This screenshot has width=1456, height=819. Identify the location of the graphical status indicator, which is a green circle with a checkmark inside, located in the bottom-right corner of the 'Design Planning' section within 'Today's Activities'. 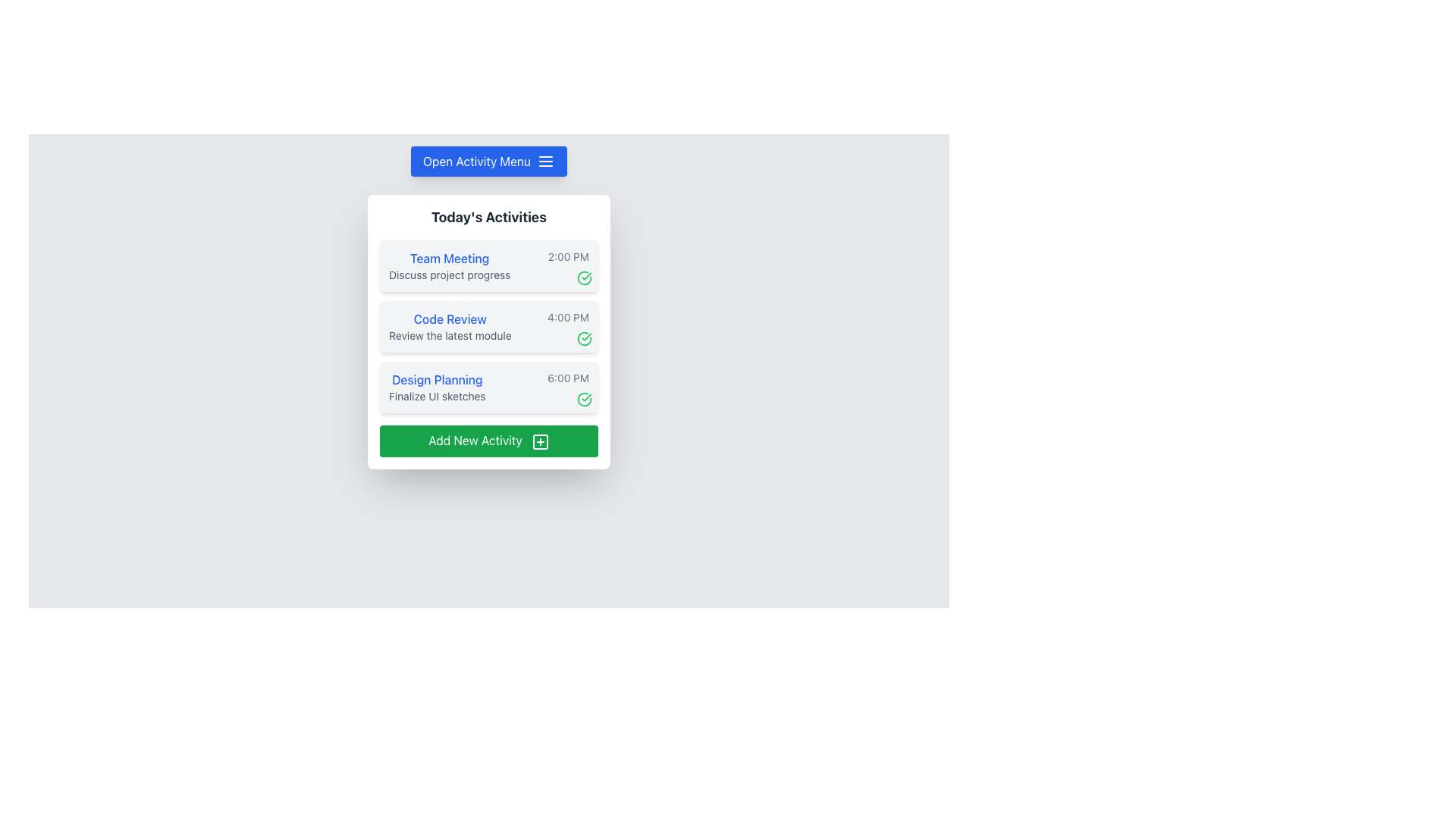
(584, 399).